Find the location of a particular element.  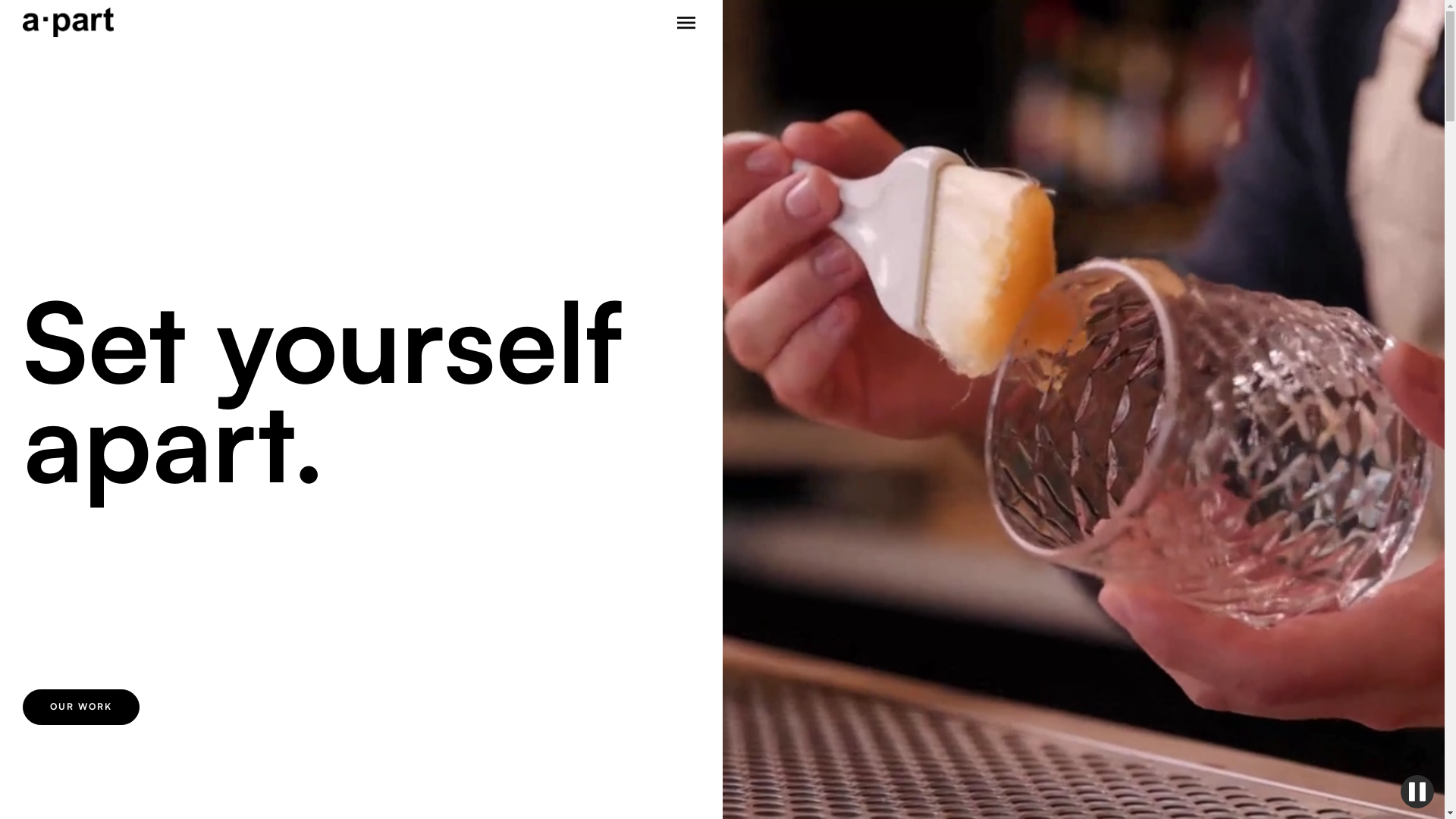

'OUR WORK' is located at coordinates (80, 707).